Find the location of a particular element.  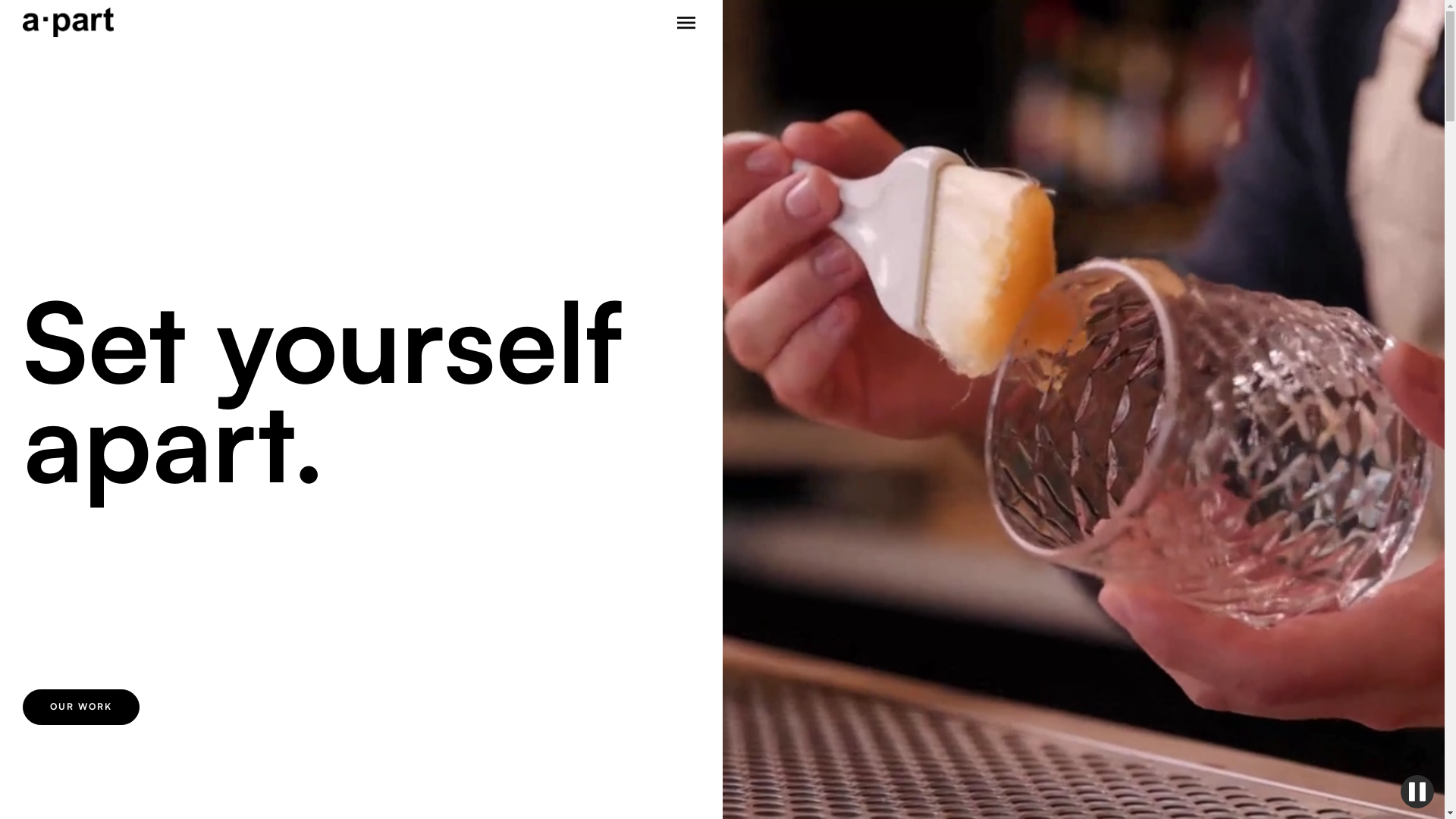

'OUR WORK' is located at coordinates (80, 707).